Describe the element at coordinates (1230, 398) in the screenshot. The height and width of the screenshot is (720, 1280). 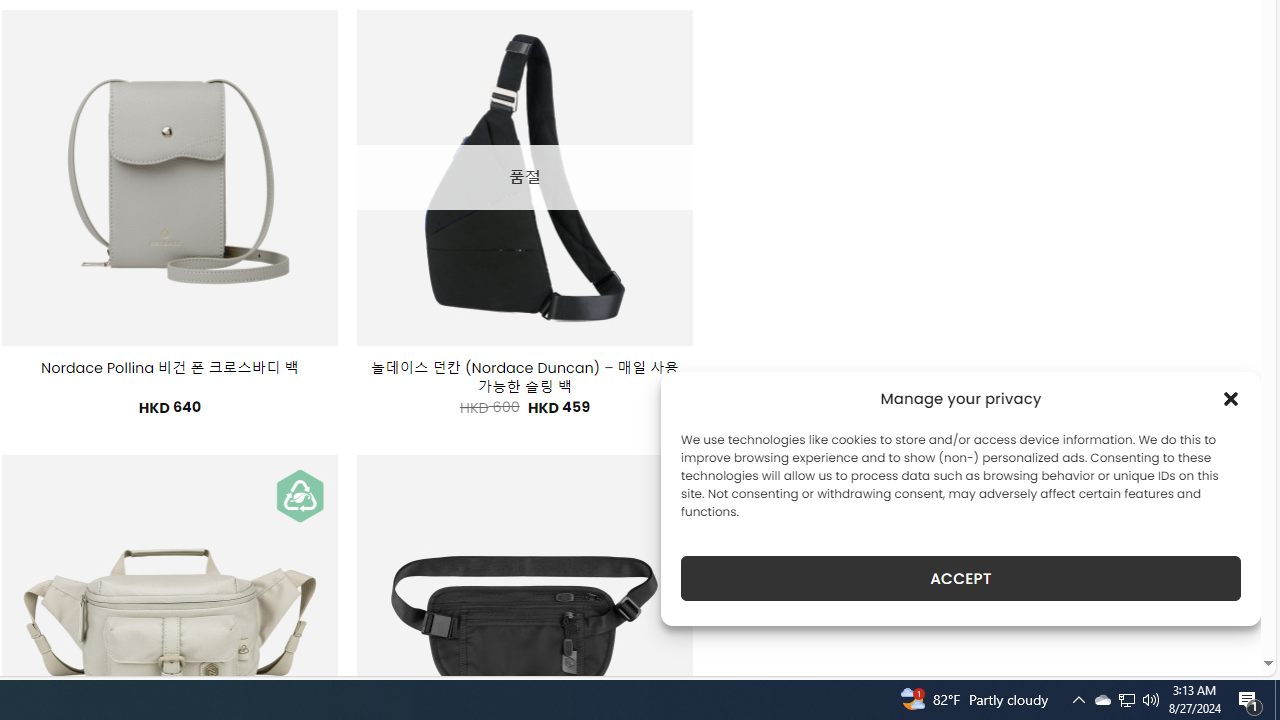
I see `'Class: cmplz-close'` at that location.